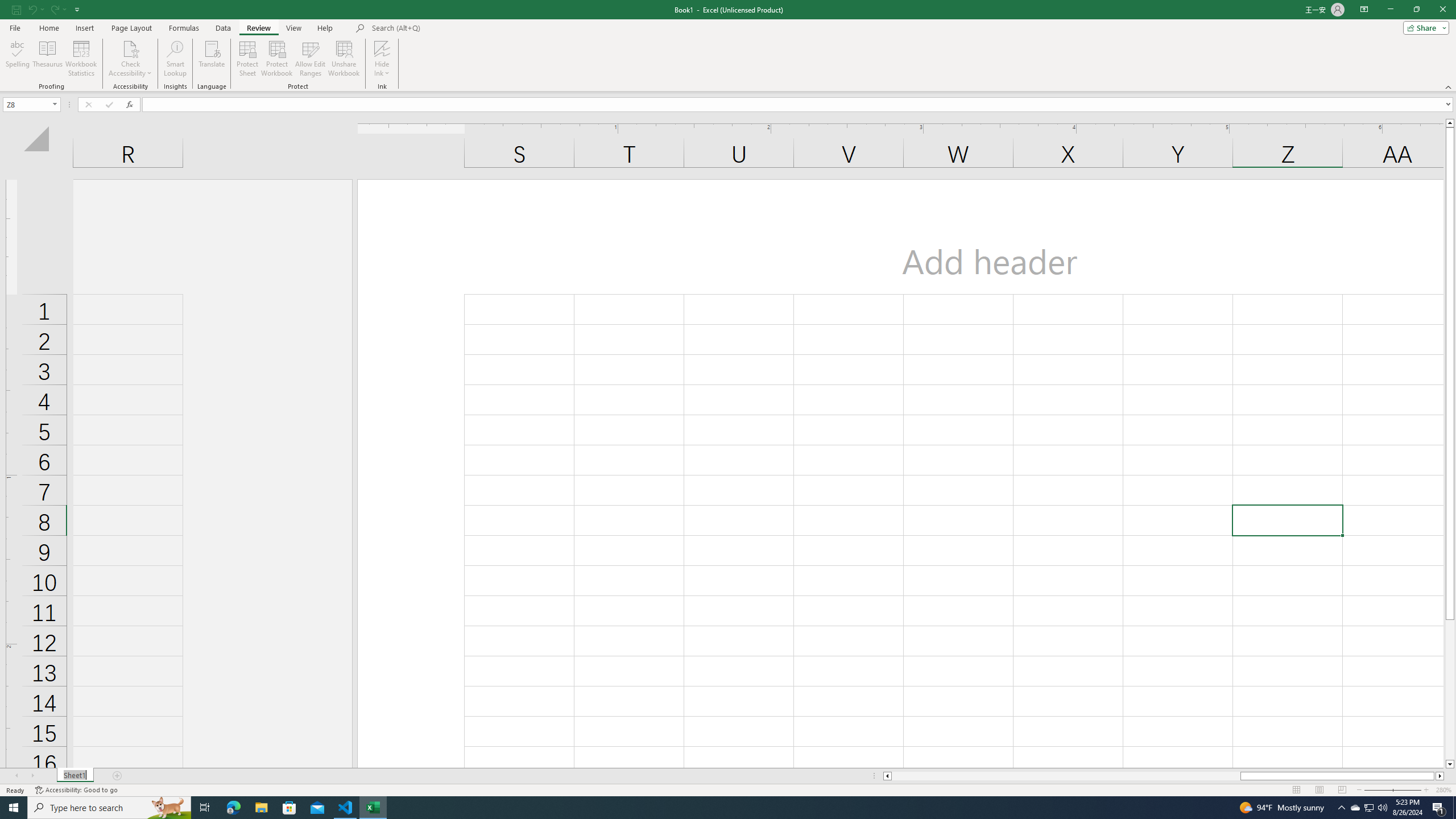 Image resolution: width=1456 pixels, height=819 pixels. Describe the element at coordinates (130, 48) in the screenshot. I see `'Check Accessibility'` at that location.